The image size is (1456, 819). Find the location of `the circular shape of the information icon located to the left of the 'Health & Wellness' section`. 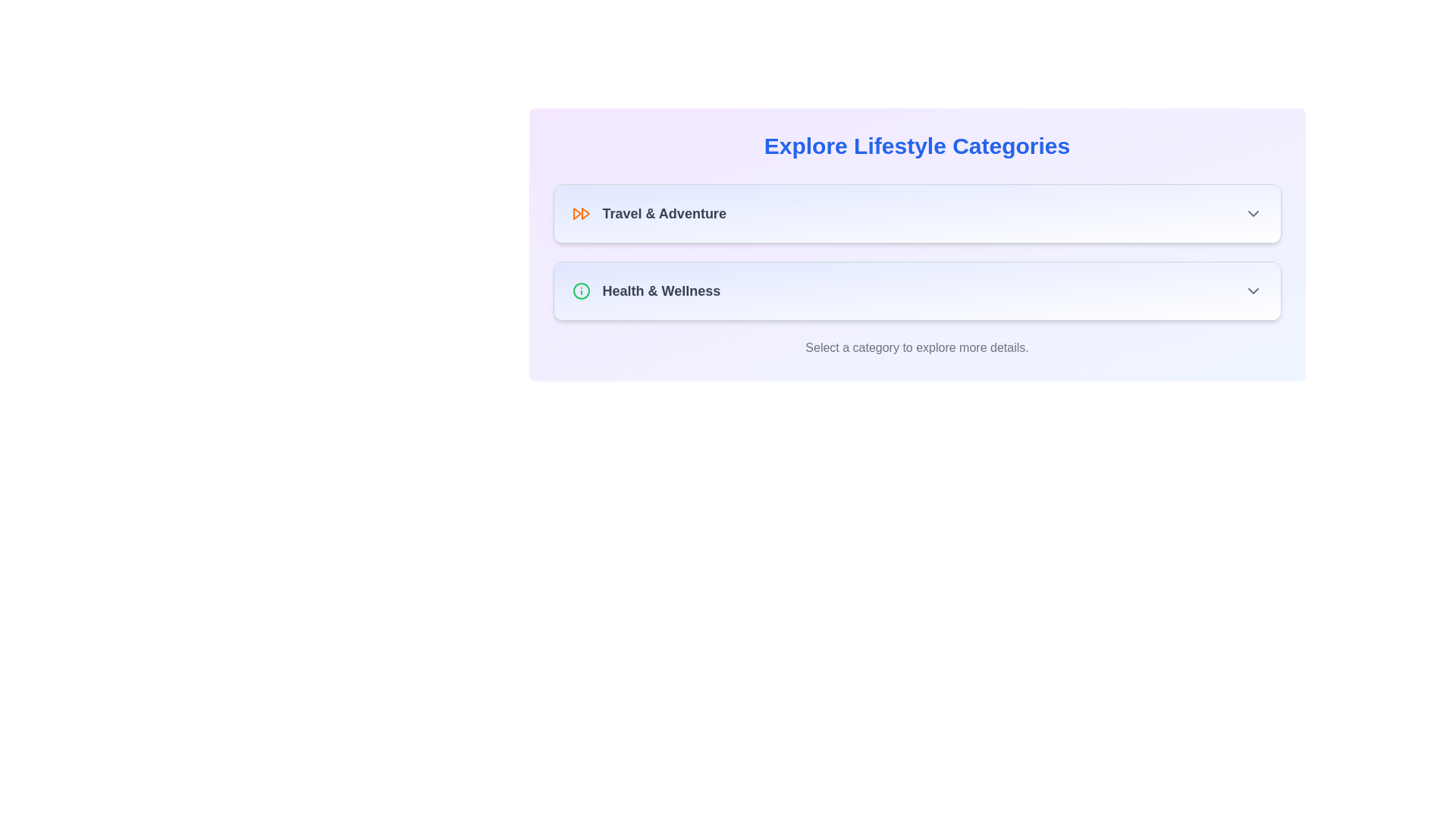

the circular shape of the information icon located to the left of the 'Health & Wellness' section is located at coordinates (580, 291).